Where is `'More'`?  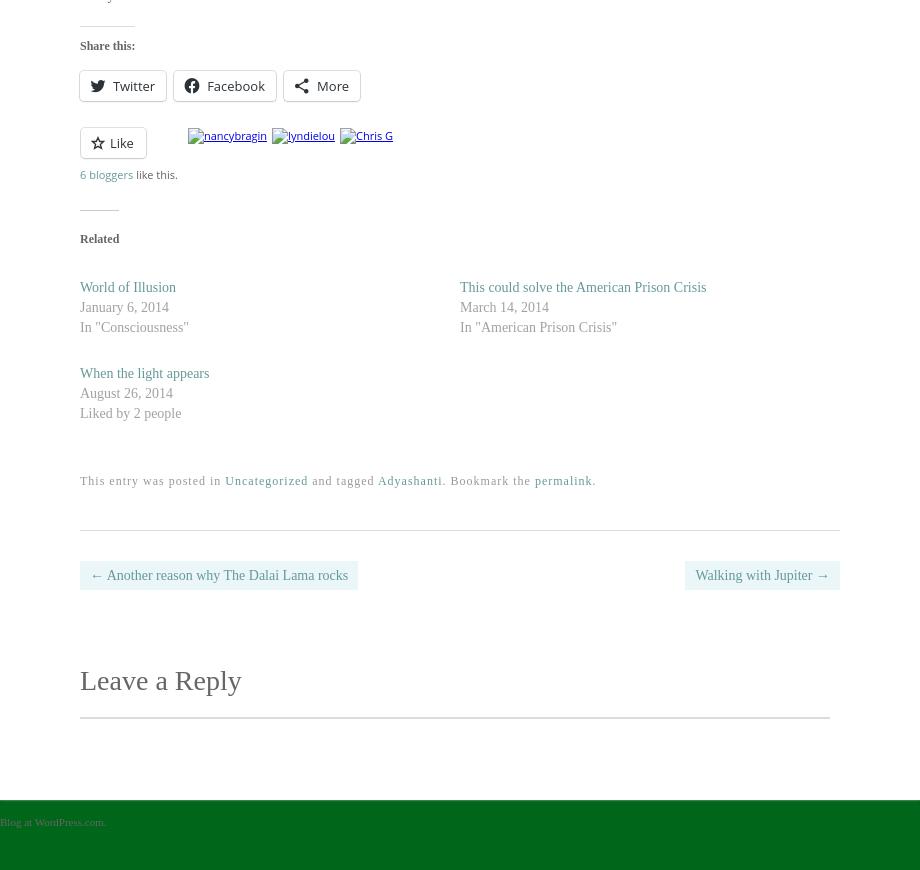
'More' is located at coordinates (332, 83).